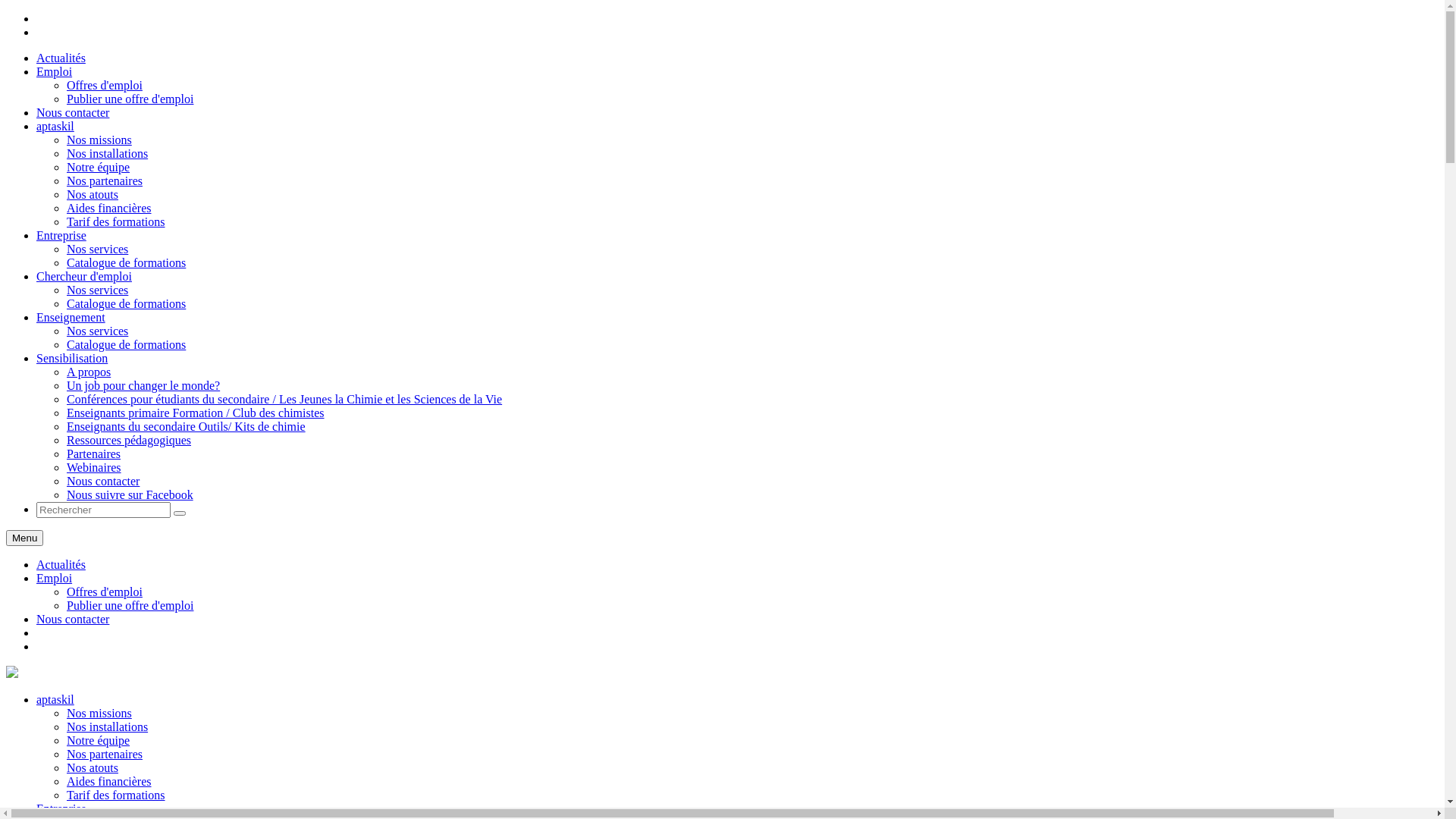 This screenshot has height=819, width=1456. I want to click on 'Nous suivre sur Facebook', so click(65, 494).